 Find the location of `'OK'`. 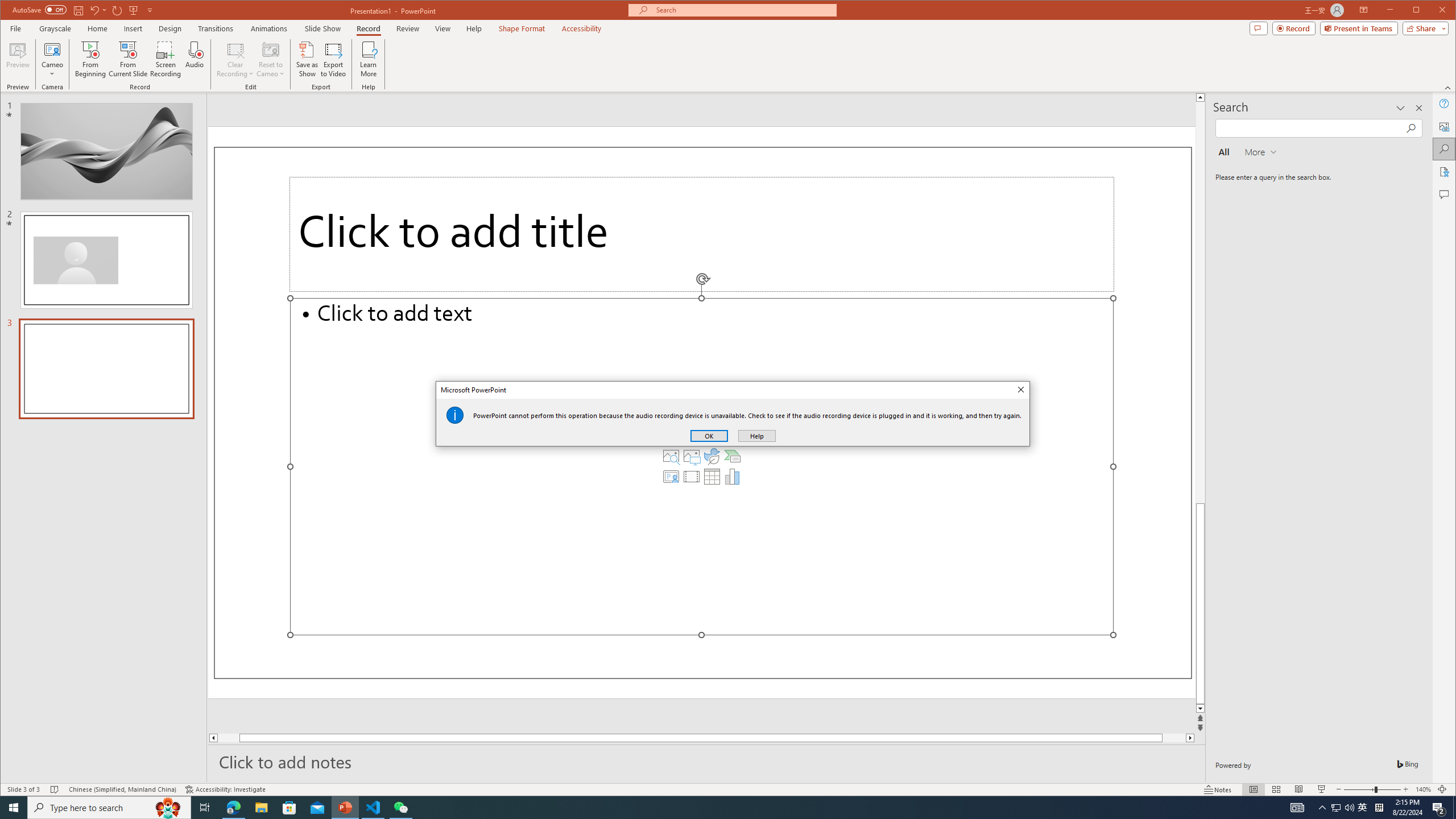

'OK' is located at coordinates (709, 435).